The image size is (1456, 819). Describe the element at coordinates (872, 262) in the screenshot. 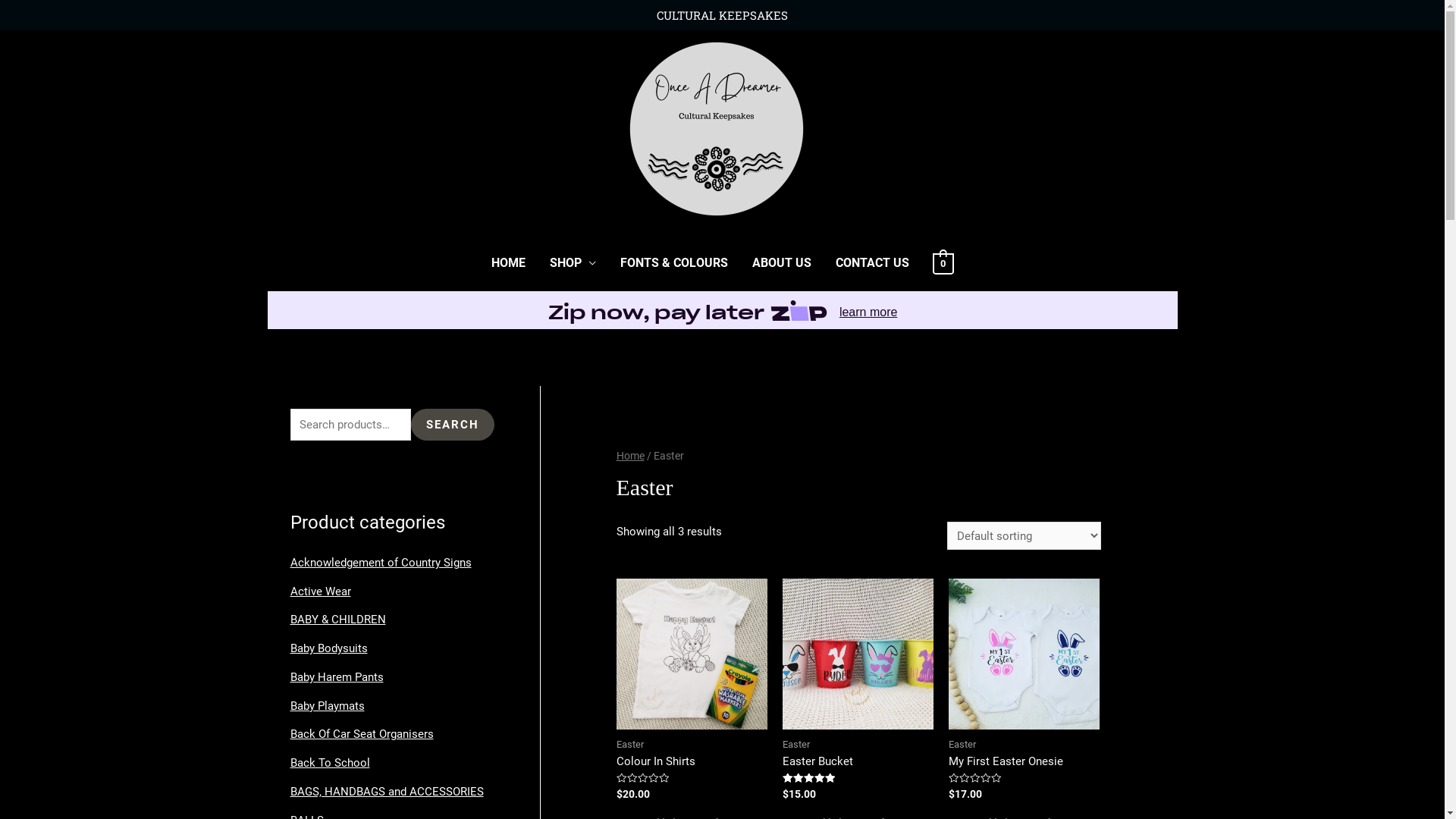

I see `'CONTACT US'` at that location.